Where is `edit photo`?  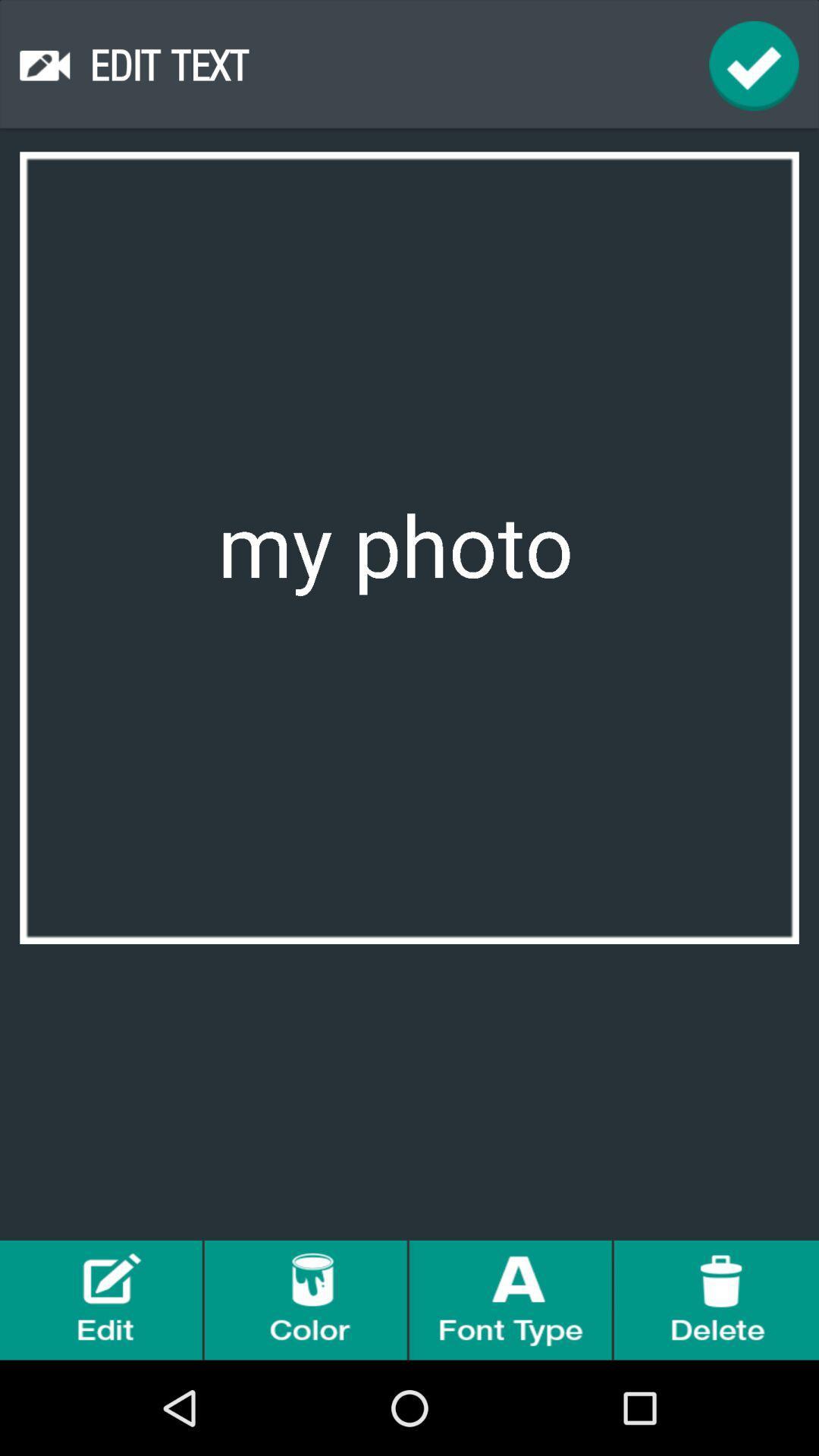
edit photo is located at coordinates (102, 1299).